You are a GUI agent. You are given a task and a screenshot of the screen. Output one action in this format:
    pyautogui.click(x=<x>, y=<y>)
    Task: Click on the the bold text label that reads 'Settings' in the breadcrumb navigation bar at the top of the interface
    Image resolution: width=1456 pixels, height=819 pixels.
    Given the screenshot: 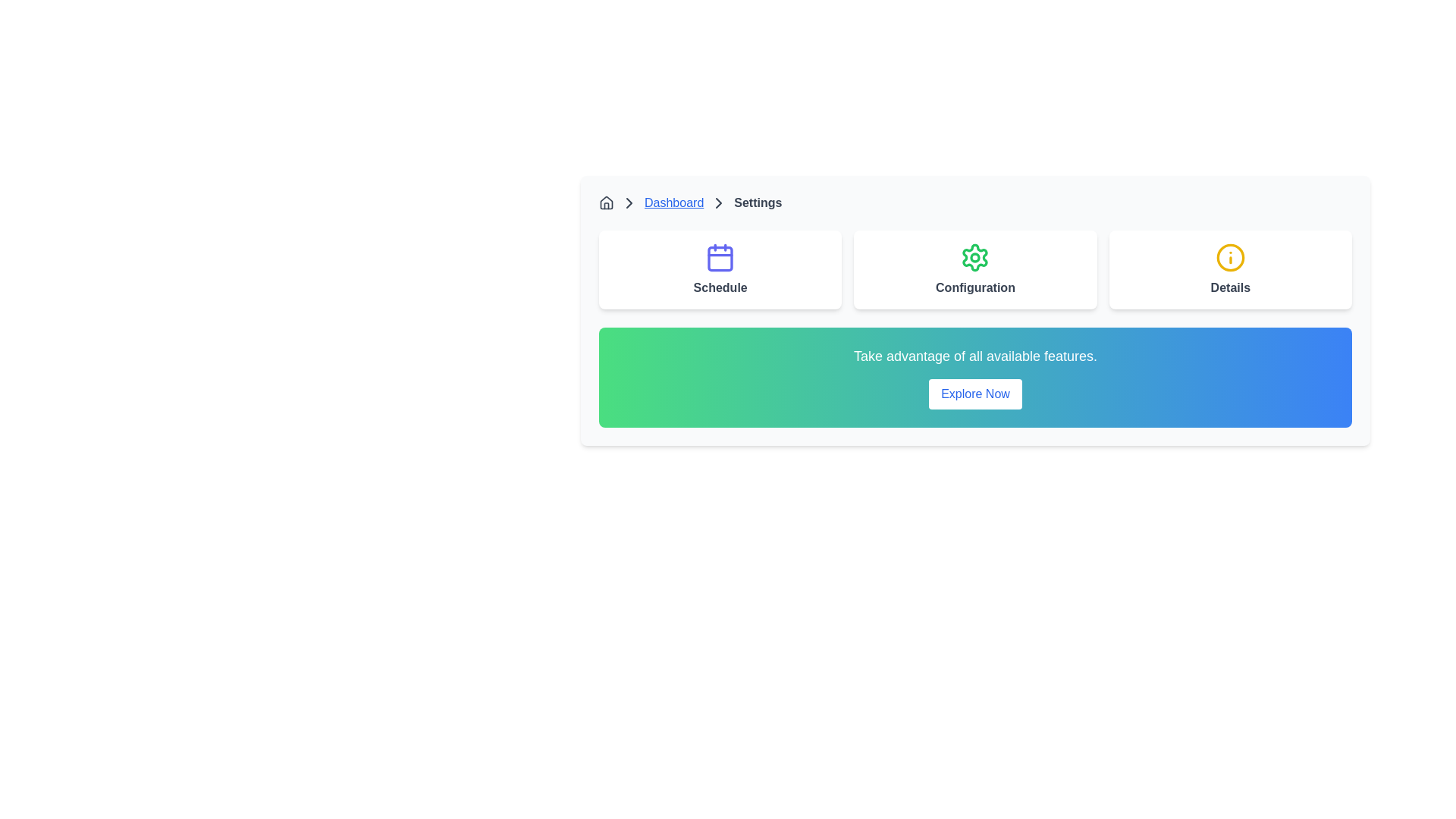 What is the action you would take?
    pyautogui.click(x=758, y=202)
    